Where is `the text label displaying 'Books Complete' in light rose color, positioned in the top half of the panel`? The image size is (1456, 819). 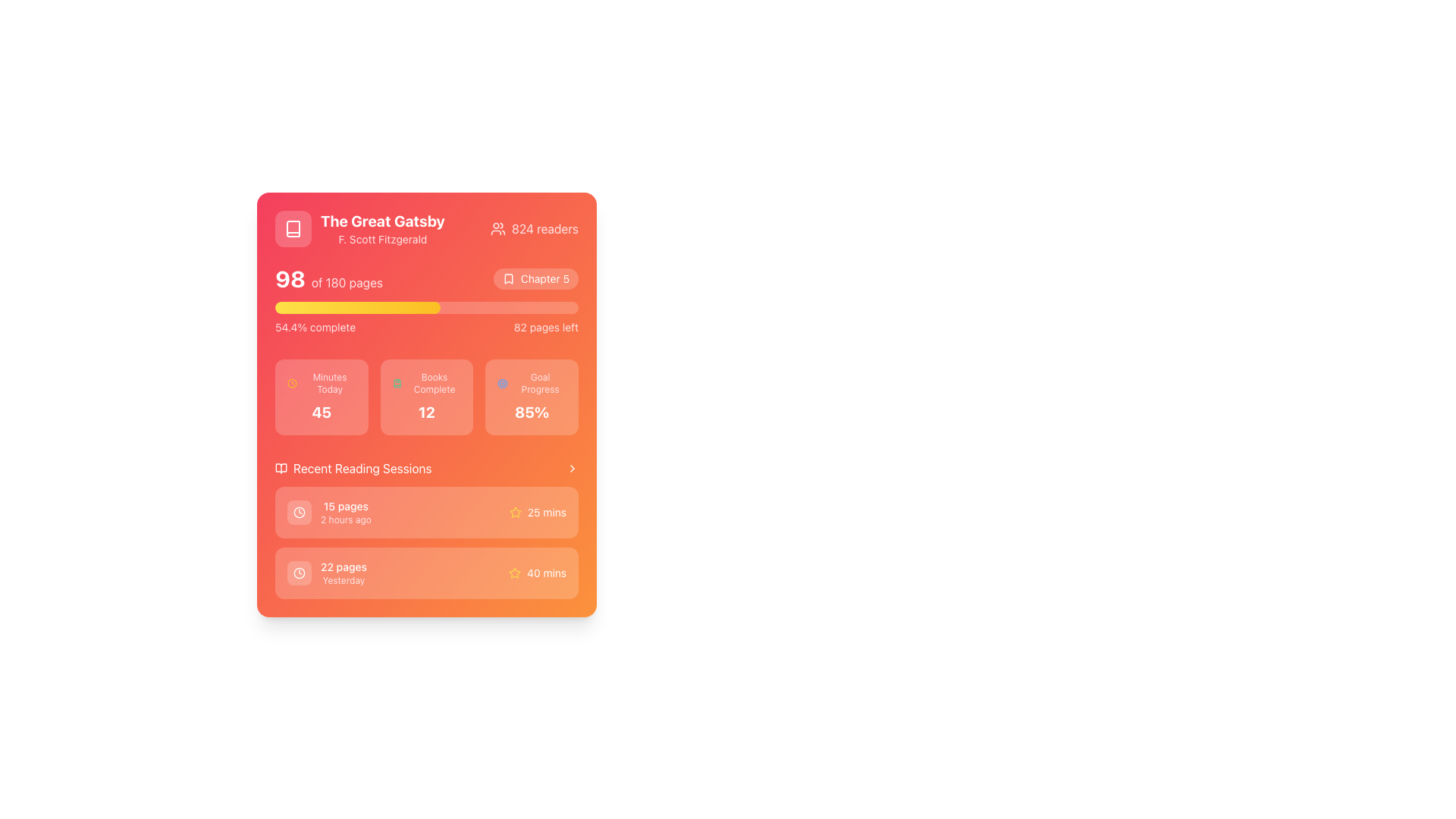 the text label displaying 'Books Complete' in light rose color, positioned in the top half of the panel is located at coordinates (434, 382).